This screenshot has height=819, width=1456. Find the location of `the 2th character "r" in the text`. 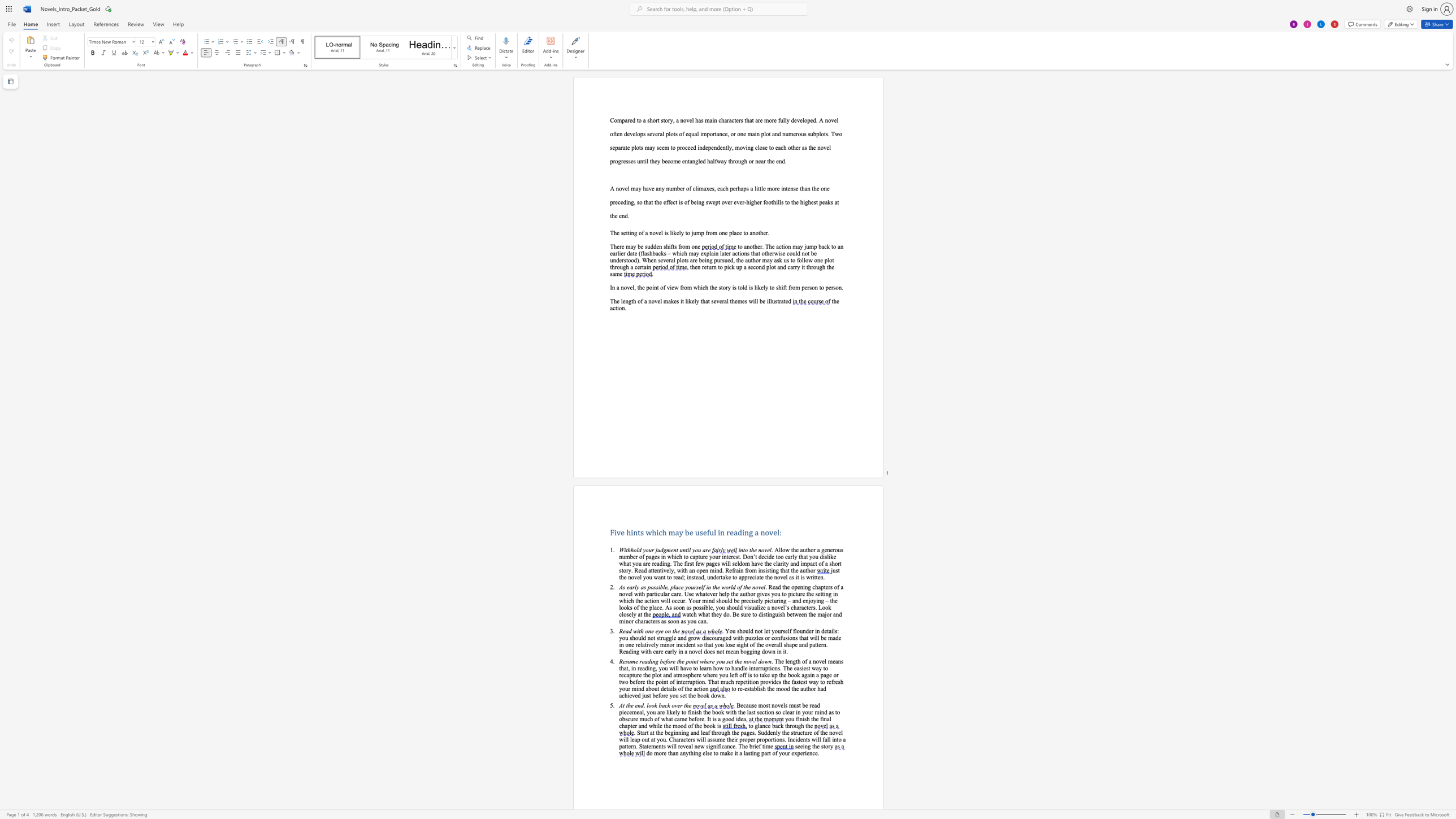

the 2th character "r" in the text is located at coordinates (726, 287).